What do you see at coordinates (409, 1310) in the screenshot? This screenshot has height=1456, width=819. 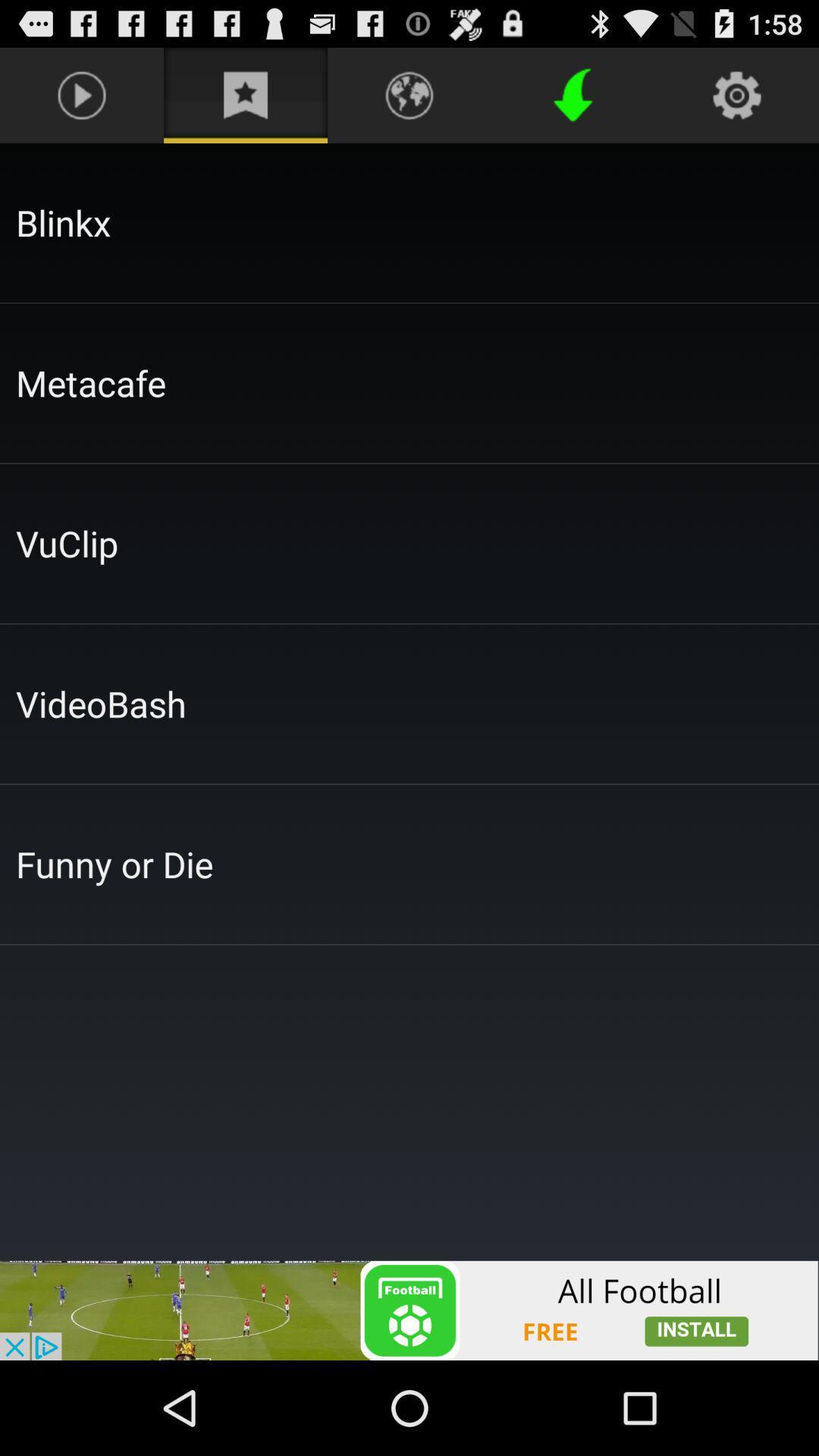 I see `switch autoplay option` at bounding box center [409, 1310].